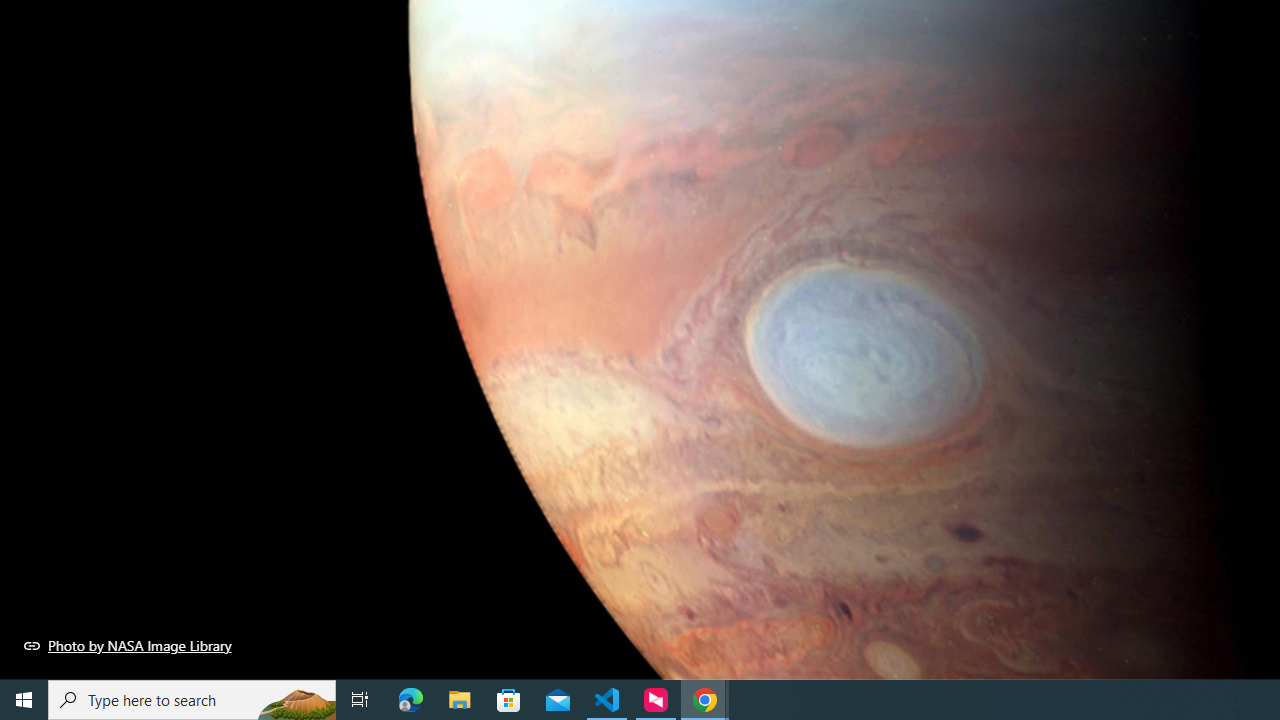  I want to click on 'Microsoft Edge', so click(410, 698).